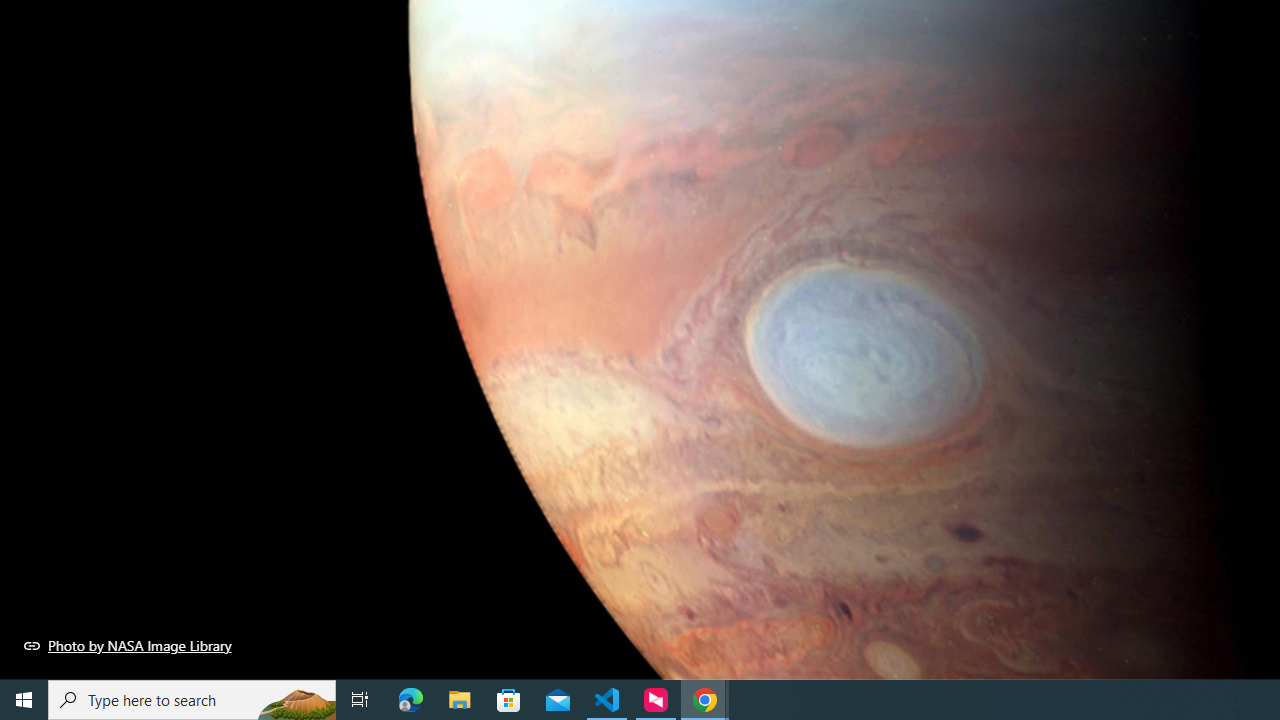  I want to click on 'Microsoft Edge', so click(410, 698).